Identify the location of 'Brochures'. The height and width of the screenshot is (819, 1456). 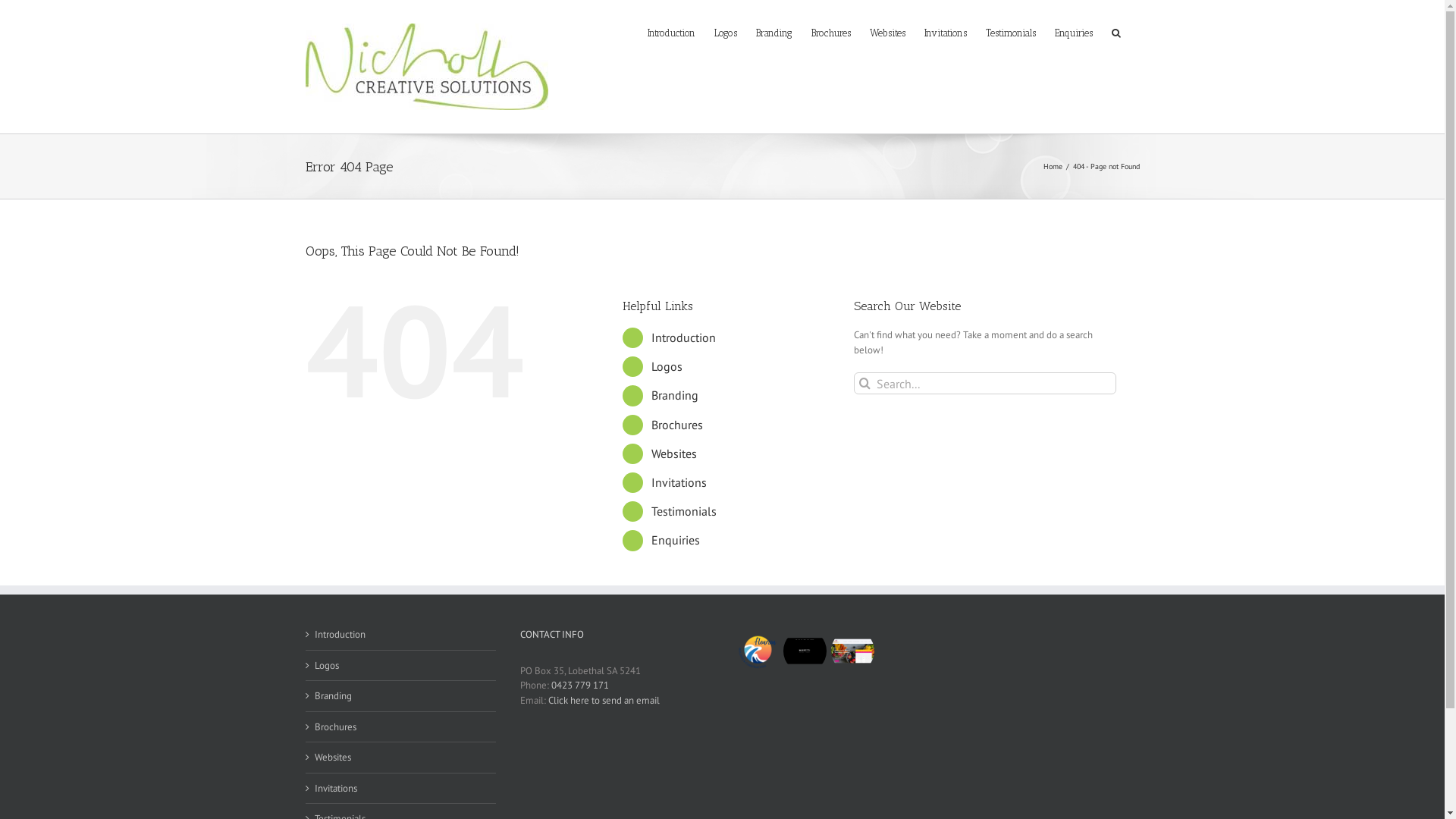
(830, 32).